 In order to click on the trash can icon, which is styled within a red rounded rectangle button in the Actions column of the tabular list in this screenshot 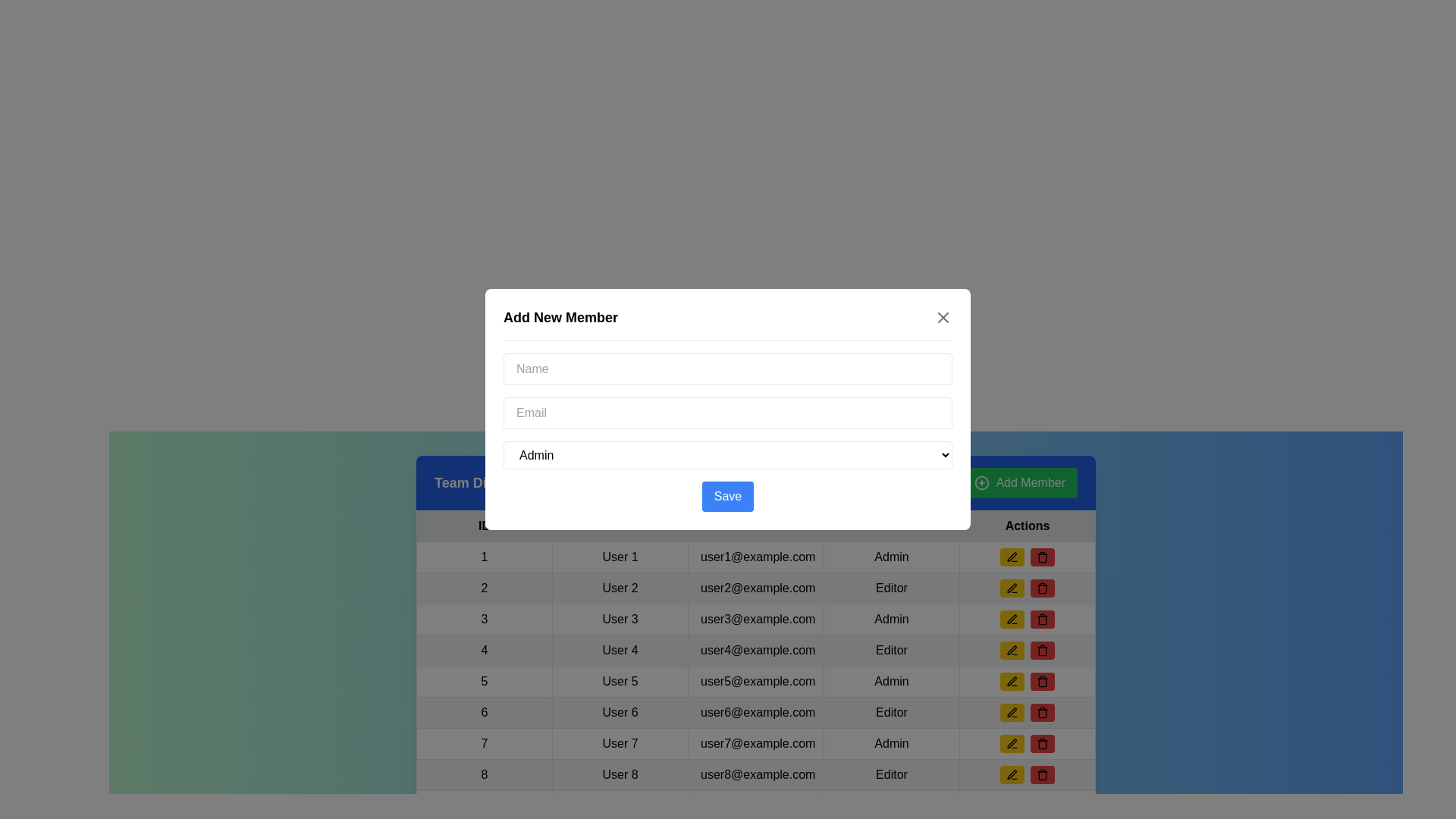, I will do `click(1041, 742)`.